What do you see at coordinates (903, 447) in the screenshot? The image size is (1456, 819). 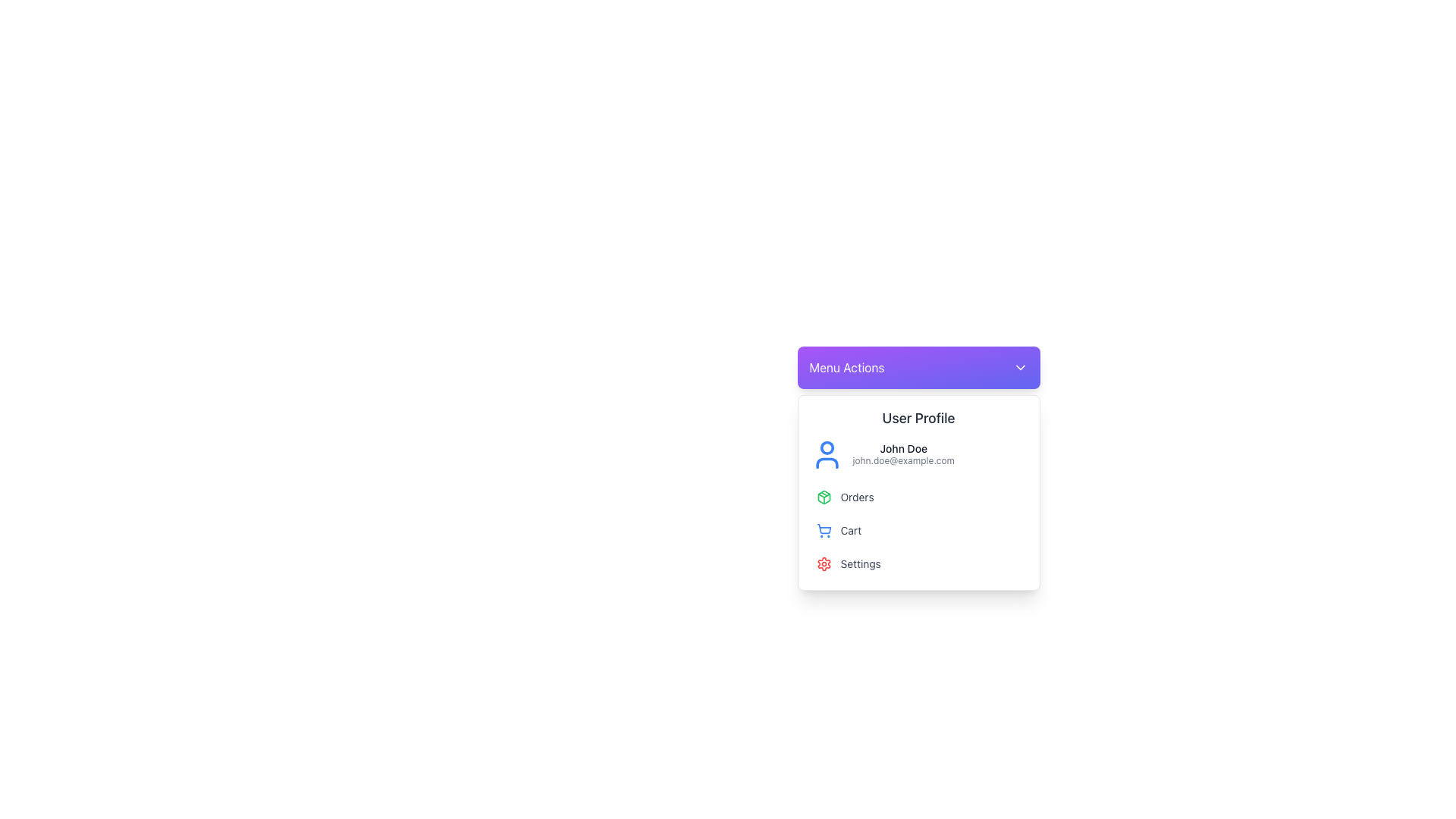 I see `the text label displaying the username 'John Doe' located at the top of the user profile dropdown menu` at bounding box center [903, 447].